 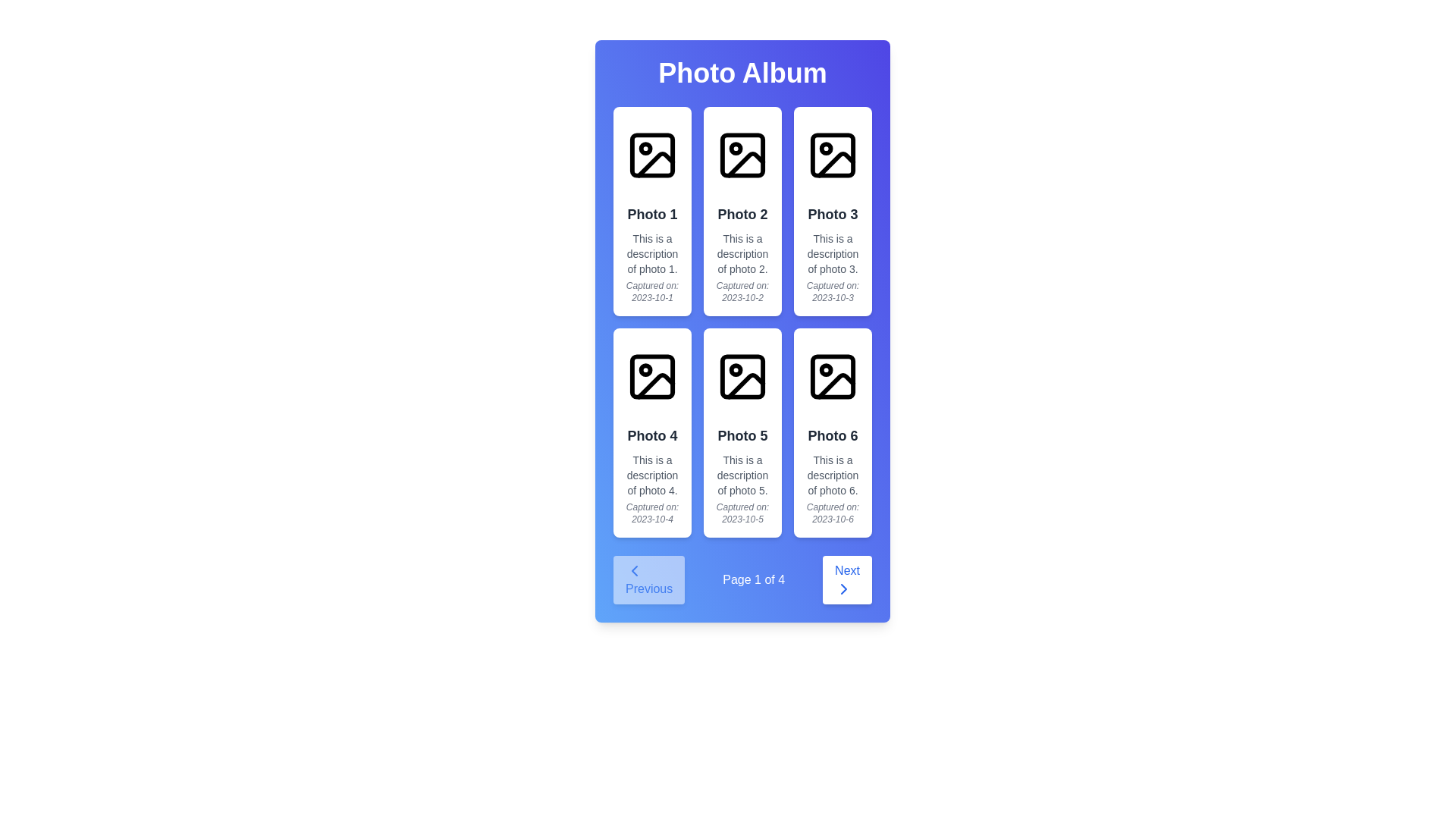 I want to click on the 'Next' navigation button, which contains a right-pointing chevron SVG icon, so click(x=843, y=588).